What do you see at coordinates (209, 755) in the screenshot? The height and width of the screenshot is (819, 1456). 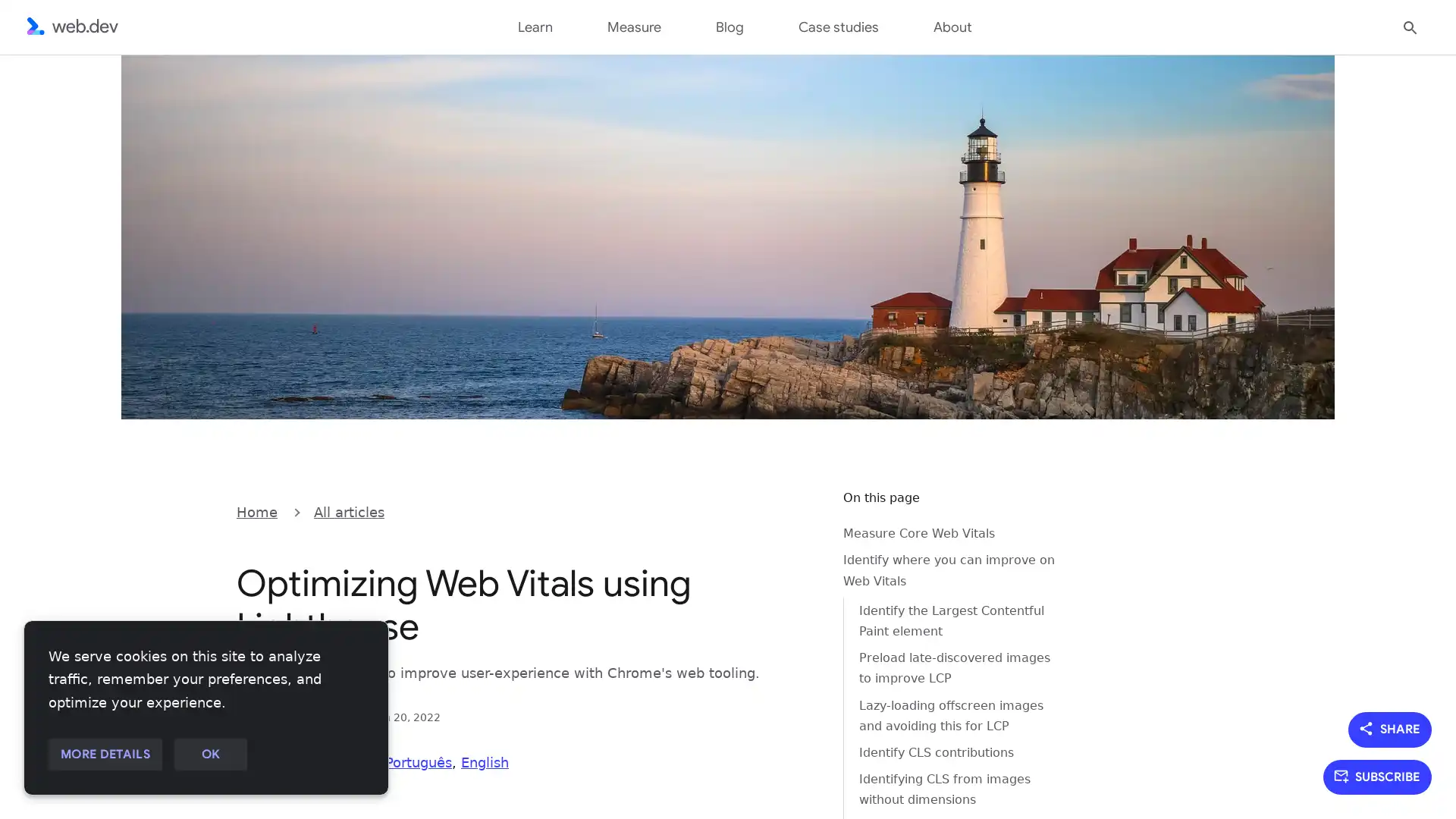 I see `OK` at bounding box center [209, 755].